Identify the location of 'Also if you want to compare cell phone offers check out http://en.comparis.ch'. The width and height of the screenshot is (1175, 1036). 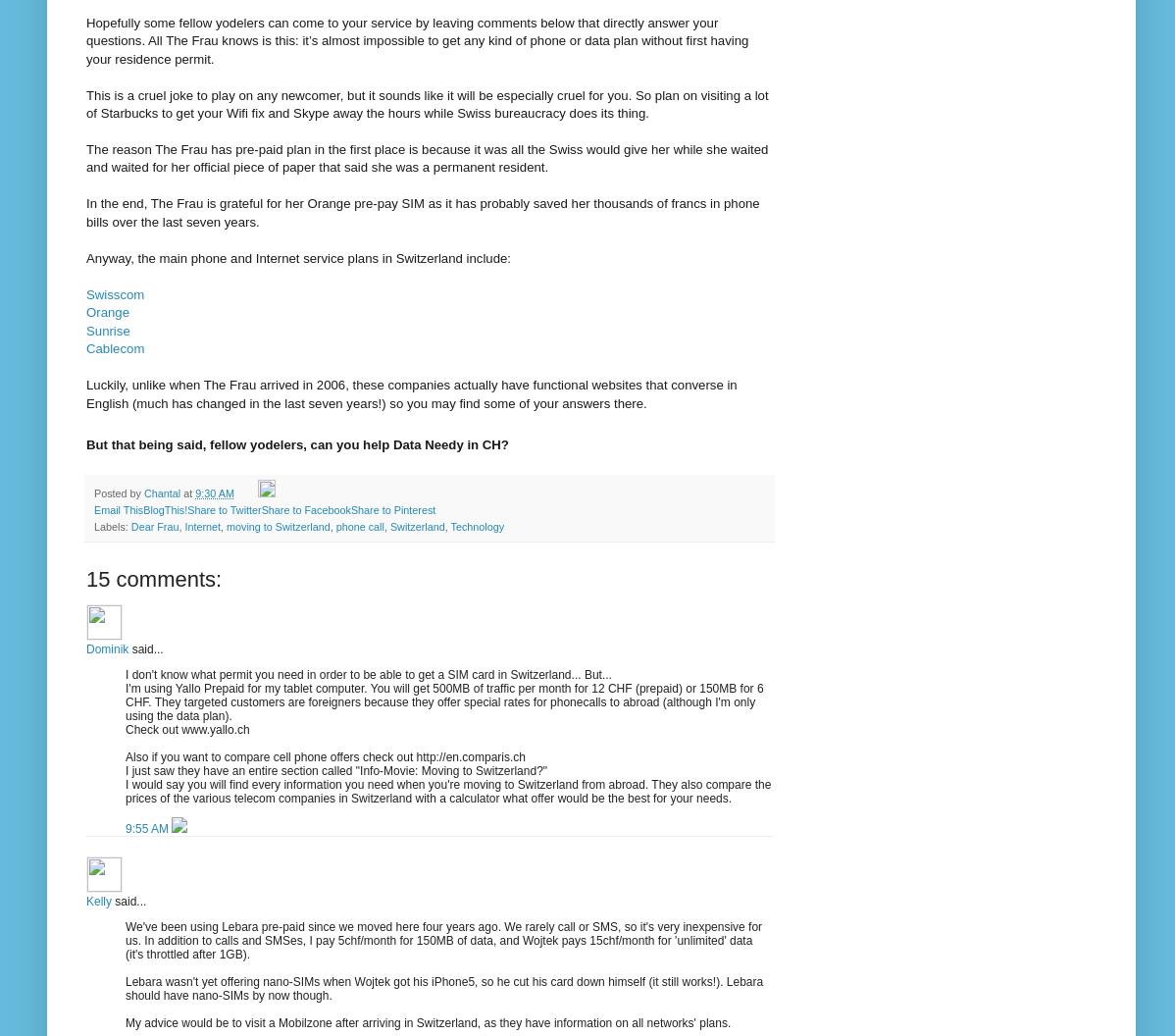
(324, 754).